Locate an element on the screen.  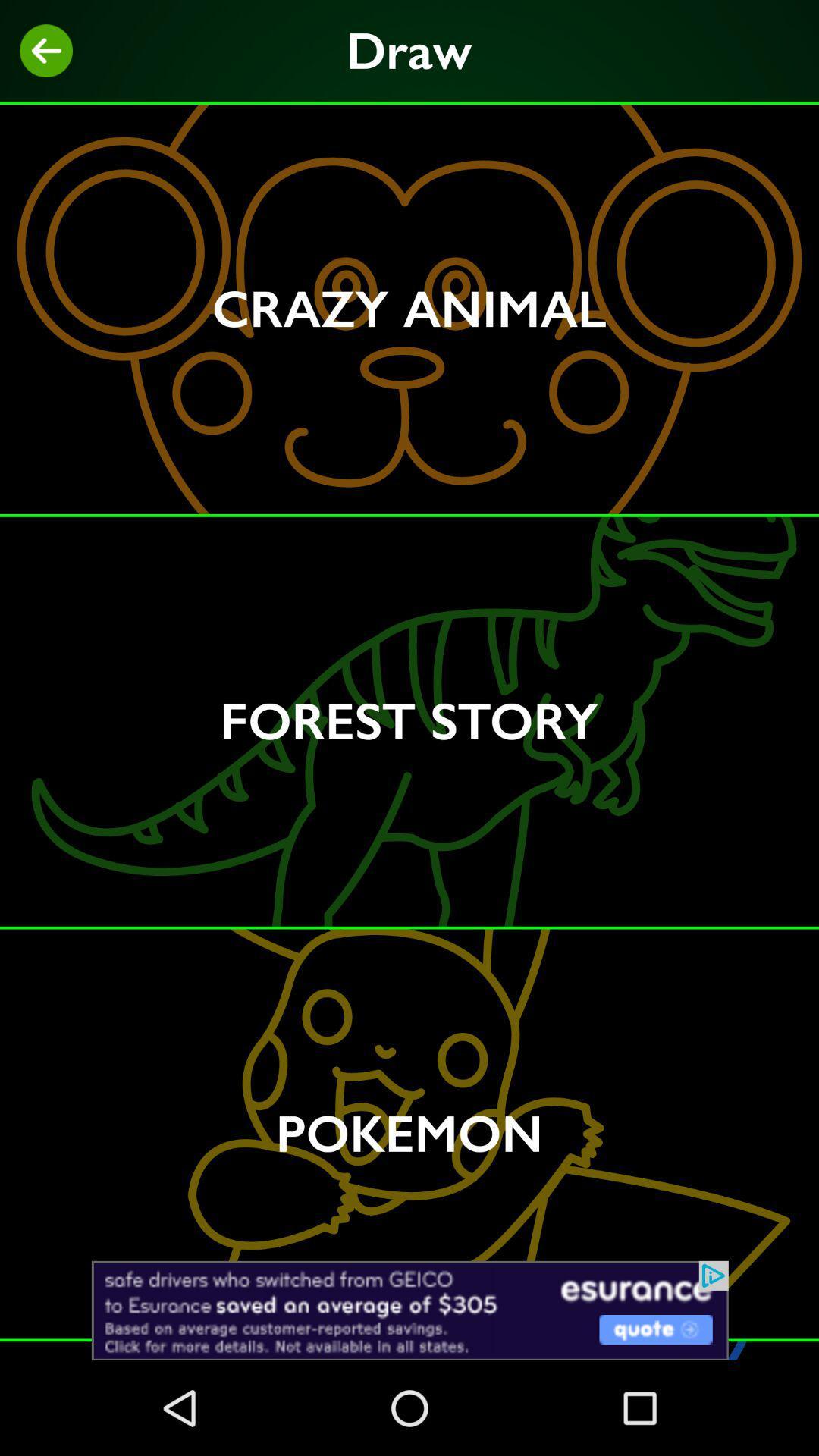
the arrow_backward icon is located at coordinates (45, 51).